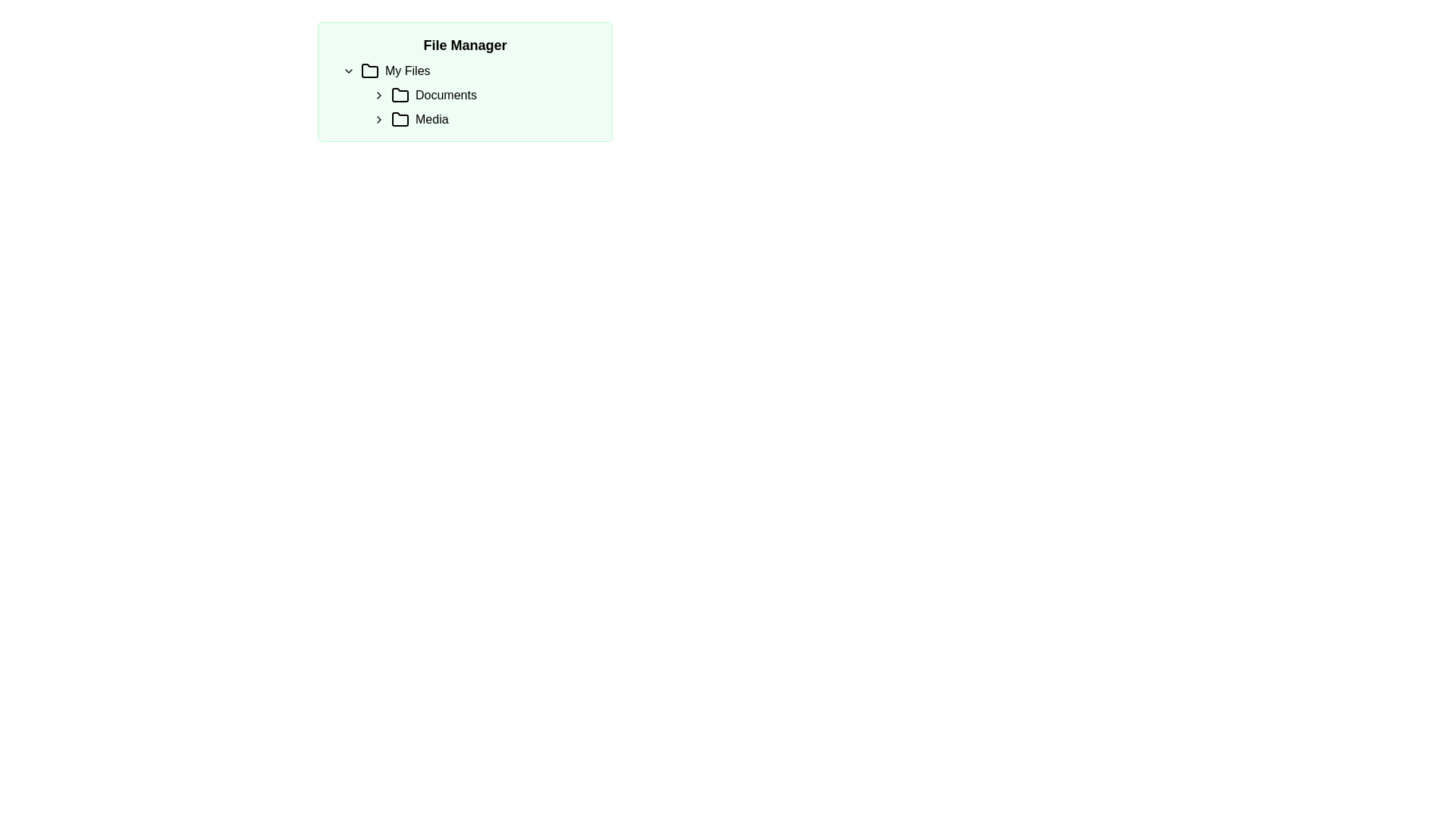  Describe the element at coordinates (400, 118) in the screenshot. I see `the 'Media' folder icon in the directory-tree section of the file manager` at that location.